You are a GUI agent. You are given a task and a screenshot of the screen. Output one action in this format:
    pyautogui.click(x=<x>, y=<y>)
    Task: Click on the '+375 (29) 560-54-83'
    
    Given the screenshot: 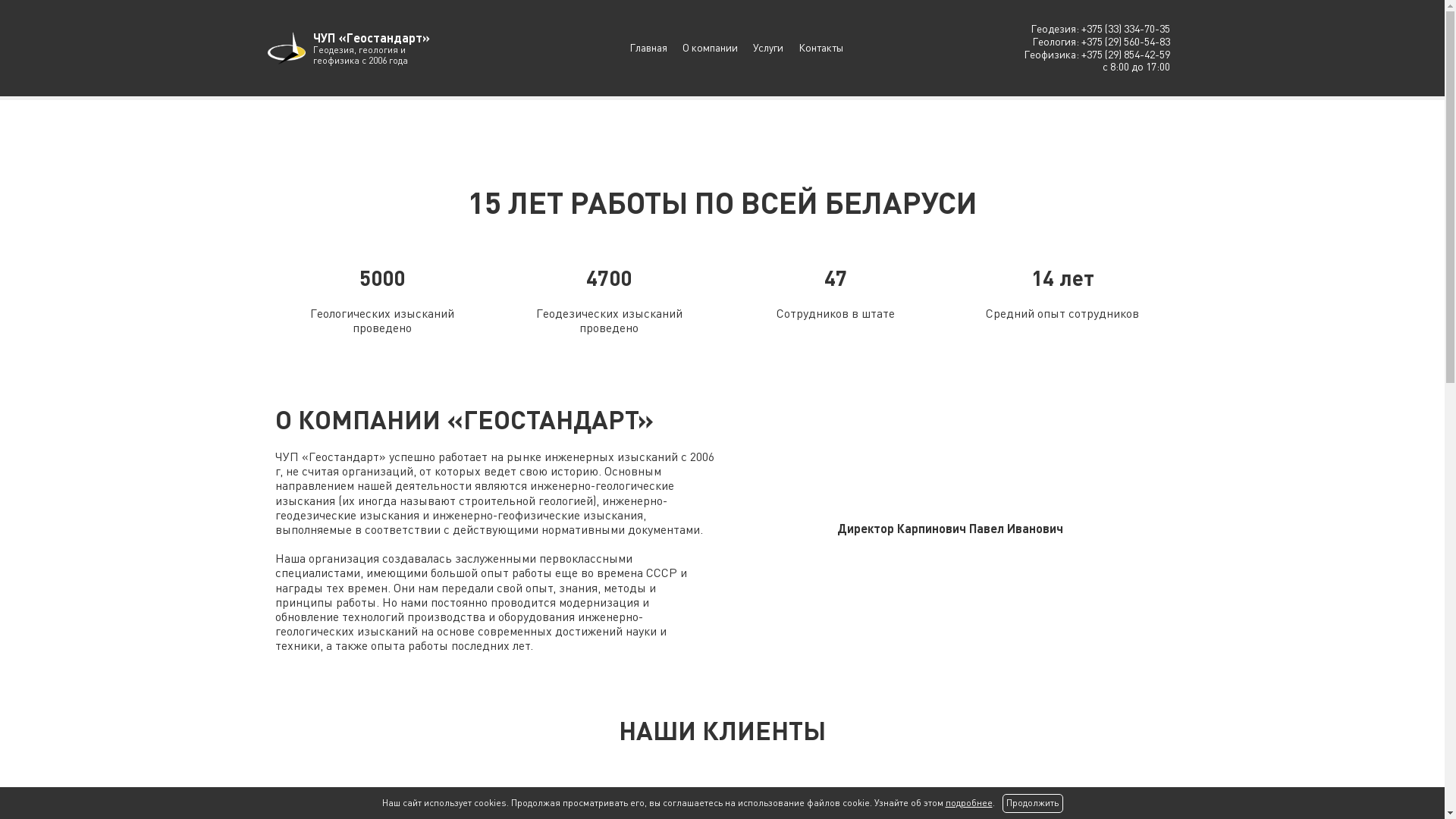 What is the action you would take?
    pyautogui.click(x=1125, y=40)
    